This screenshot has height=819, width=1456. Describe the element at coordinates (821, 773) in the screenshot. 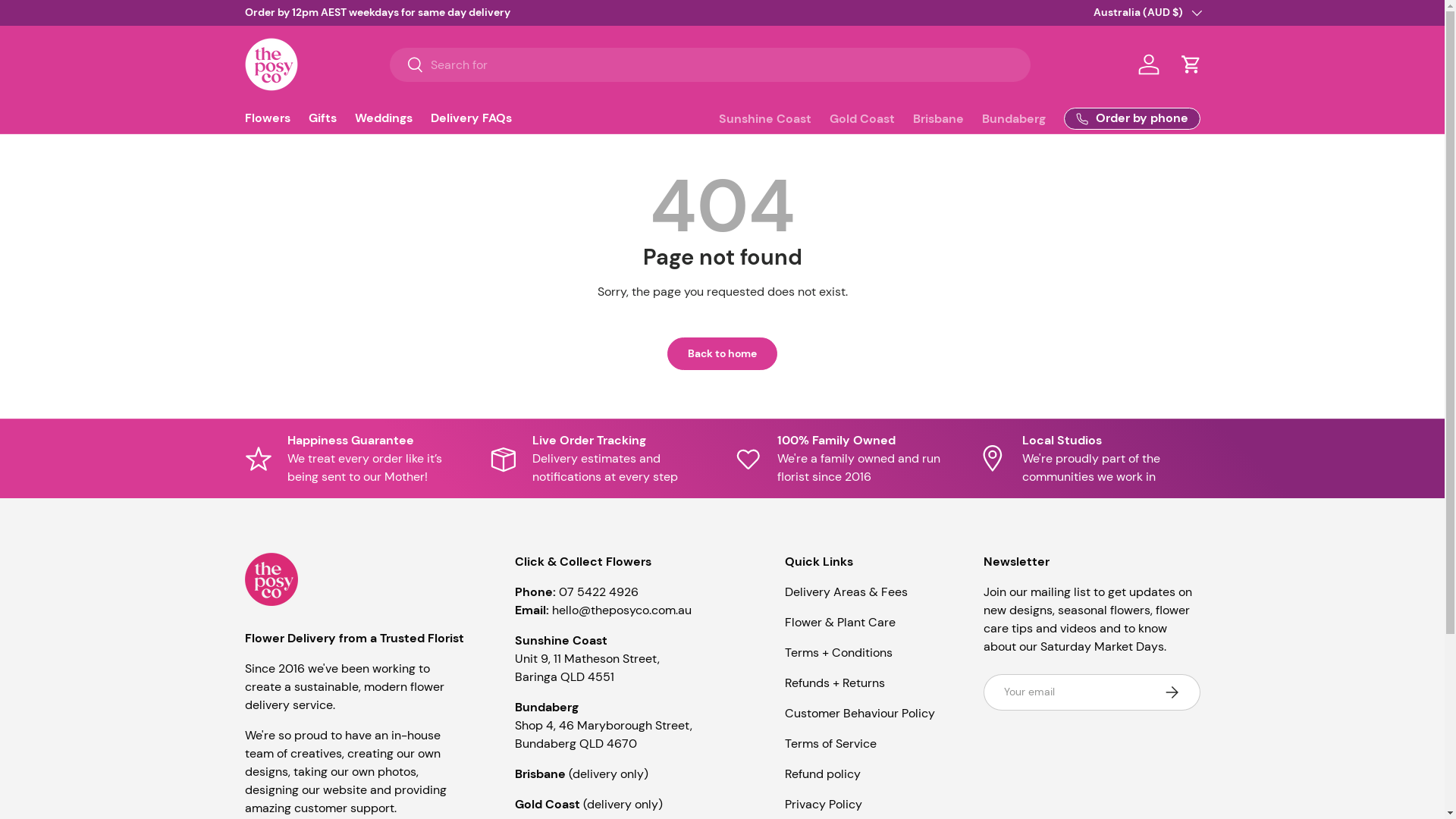

I see `'Refund policy'` at that location.